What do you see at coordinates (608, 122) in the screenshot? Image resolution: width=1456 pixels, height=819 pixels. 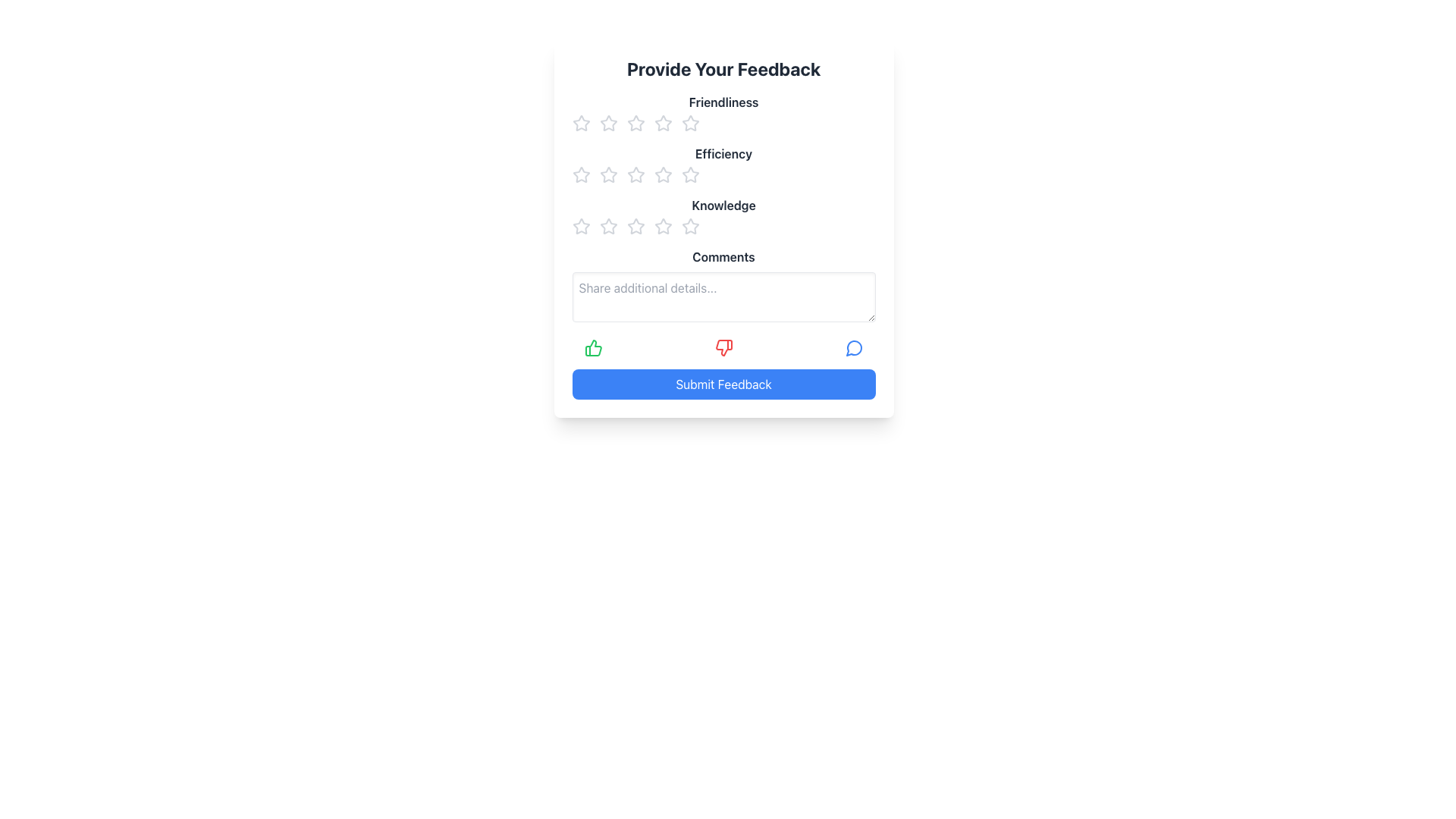 I see `the second star-shaped icon in the 'Friendliness' rating row, which is styled in gray and indicates a rating feature` at bounding box center [608, 122].